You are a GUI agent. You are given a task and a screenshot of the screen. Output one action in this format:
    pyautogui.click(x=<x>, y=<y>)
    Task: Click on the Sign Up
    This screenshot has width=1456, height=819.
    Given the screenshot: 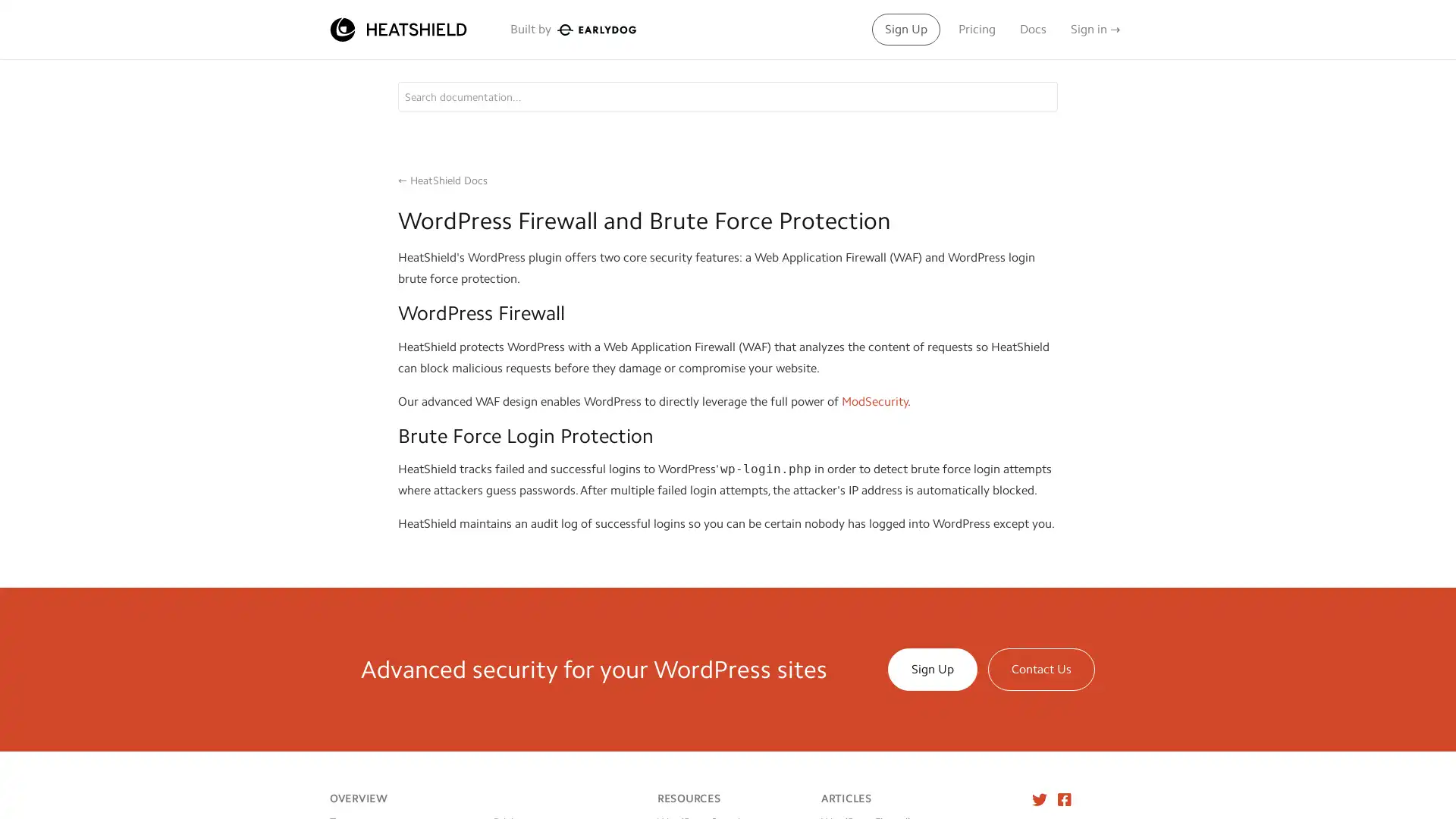 What is the action you would take?
    pyautogui.click(x=906, y=29)
    